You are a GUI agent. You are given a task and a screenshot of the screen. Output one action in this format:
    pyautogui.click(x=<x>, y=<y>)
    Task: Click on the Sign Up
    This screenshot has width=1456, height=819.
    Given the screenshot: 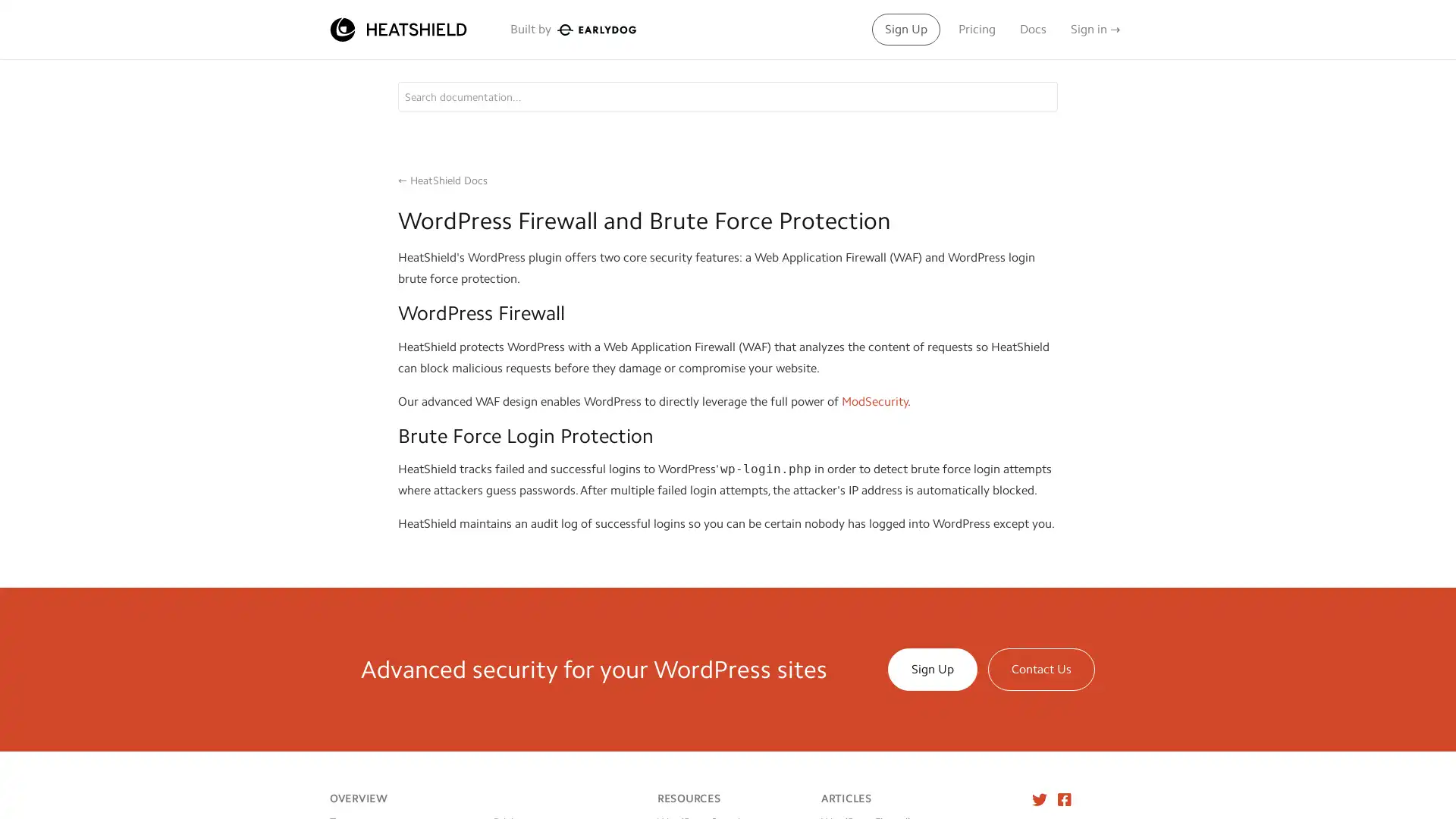 What is the action you would take?
    pyautogui.click(x=906, y=29)
    